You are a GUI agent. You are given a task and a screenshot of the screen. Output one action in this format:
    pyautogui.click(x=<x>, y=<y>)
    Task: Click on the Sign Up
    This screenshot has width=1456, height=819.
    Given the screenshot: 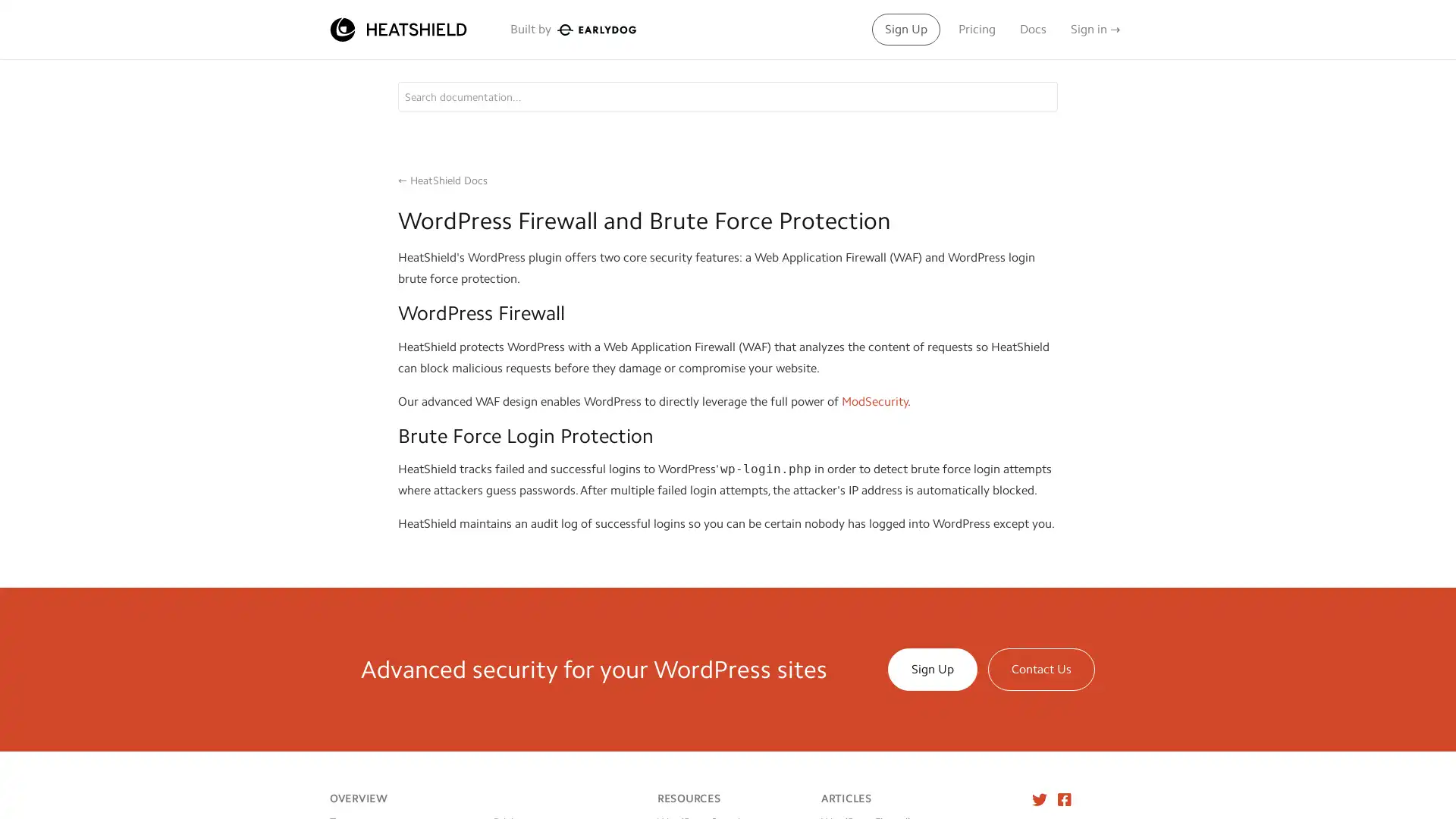 What is the action you would take?
    pyautogui.click(x=906, y=29)
    